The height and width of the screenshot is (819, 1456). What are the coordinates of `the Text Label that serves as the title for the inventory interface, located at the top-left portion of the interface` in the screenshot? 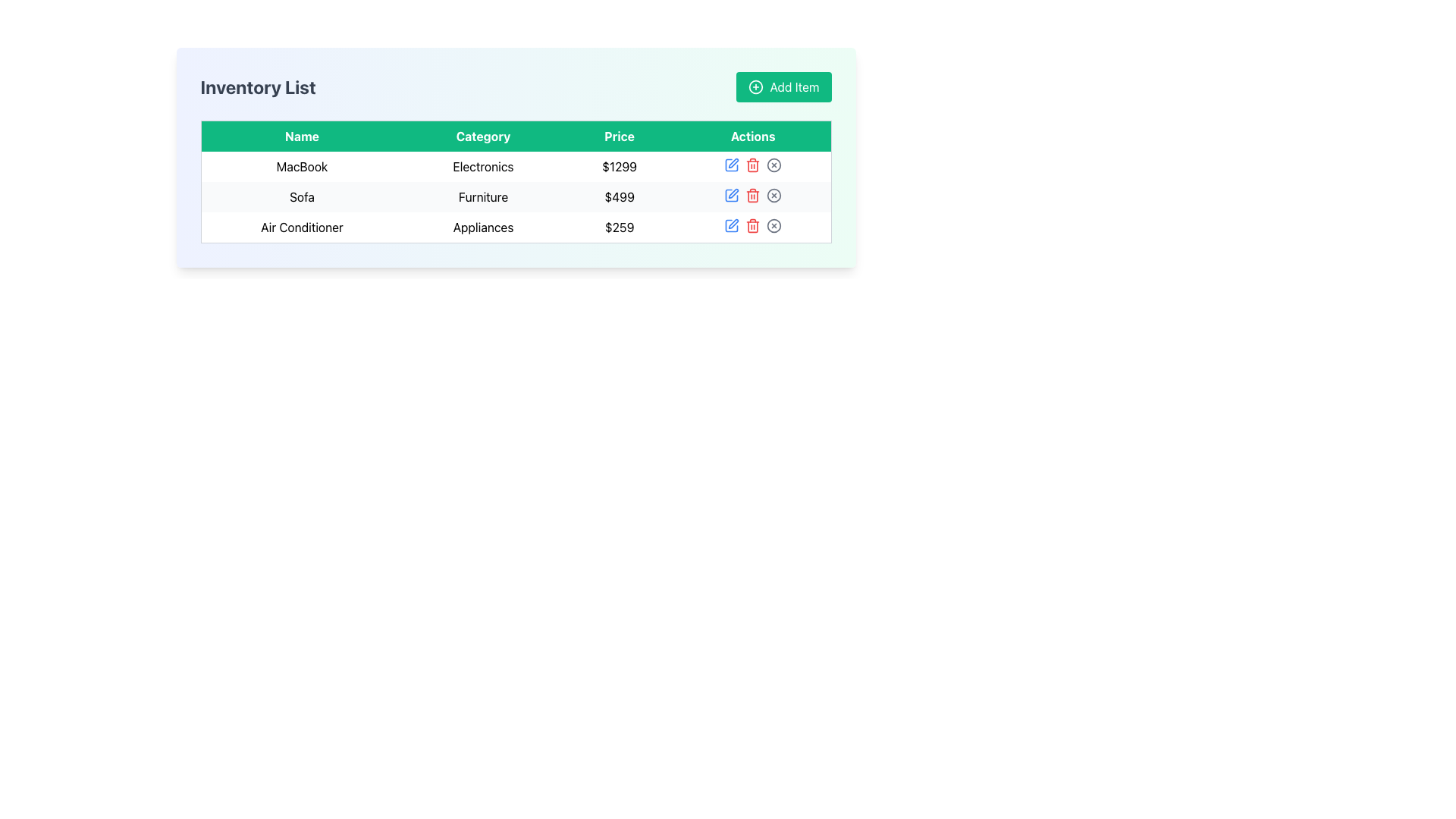 It's located at (258, 87).